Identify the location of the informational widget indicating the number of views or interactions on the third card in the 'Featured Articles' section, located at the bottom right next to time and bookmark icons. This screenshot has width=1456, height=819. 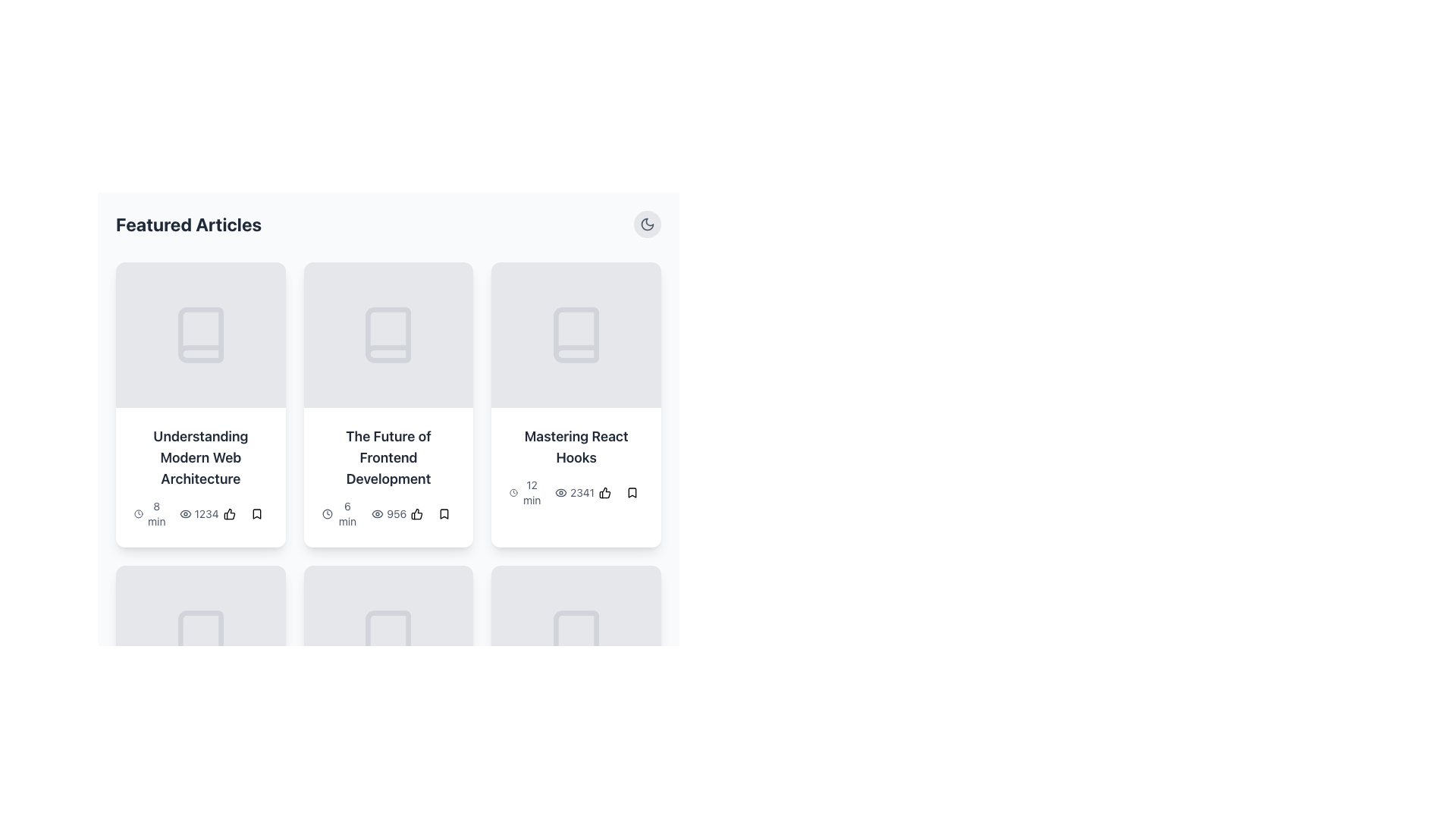
(574, 493).